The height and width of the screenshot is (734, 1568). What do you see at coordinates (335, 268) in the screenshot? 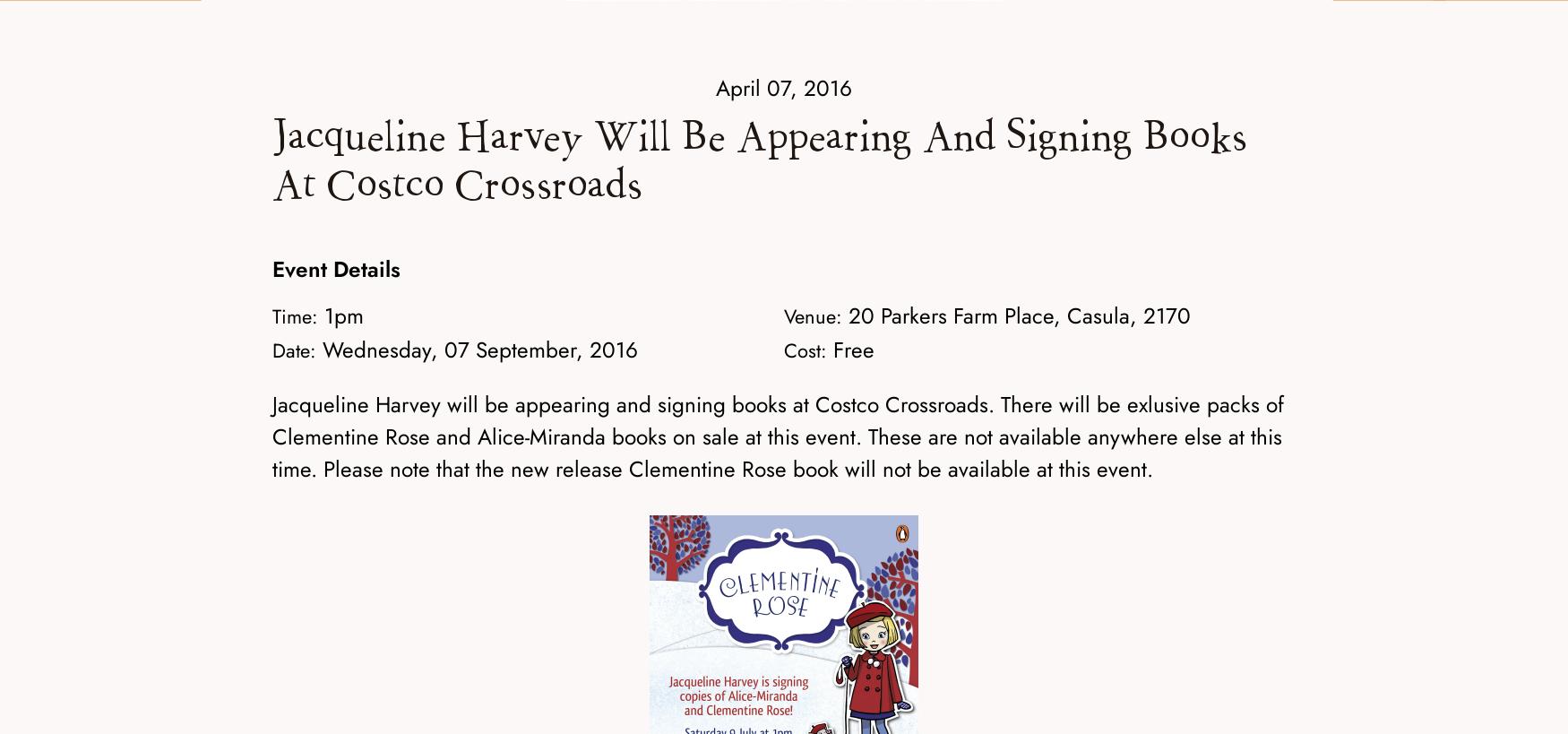
I see `'Event Details'` at bounding box center [335, 268].